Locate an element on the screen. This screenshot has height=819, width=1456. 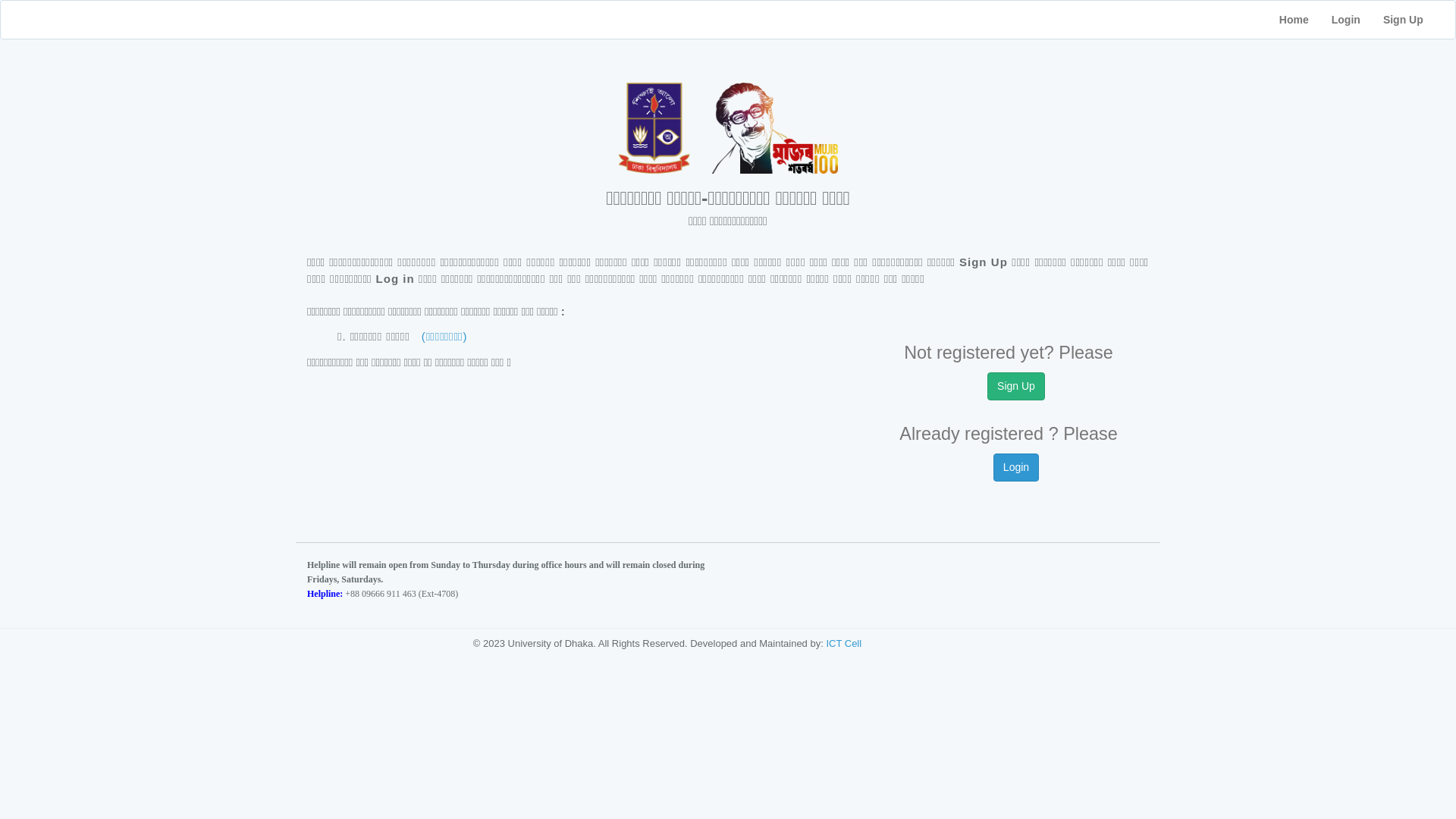
'Login' is located at coordinates (1015, 466).